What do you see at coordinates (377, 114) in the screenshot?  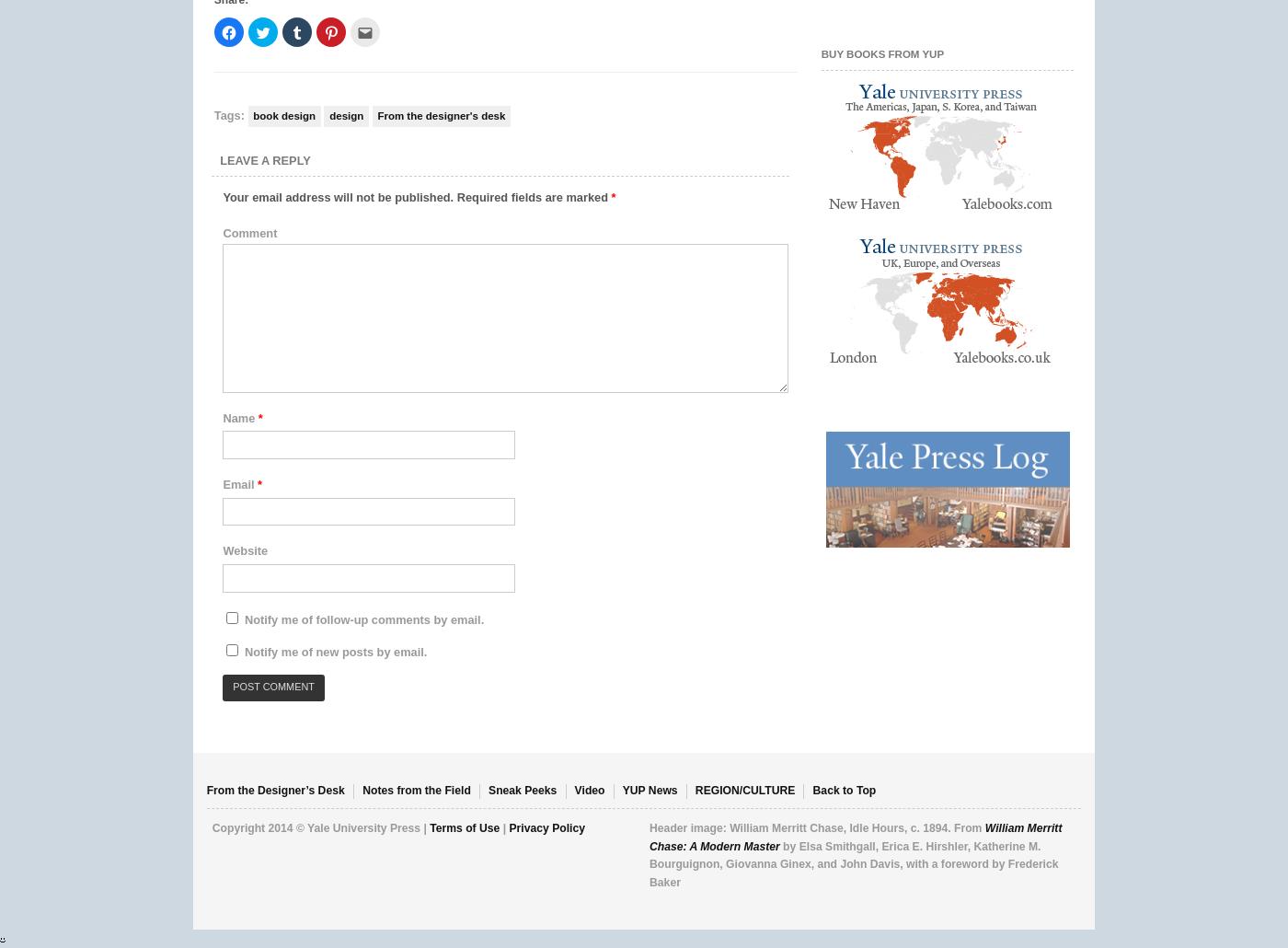 I see `'From the designer's desk'` at bounding box center [377, 114].